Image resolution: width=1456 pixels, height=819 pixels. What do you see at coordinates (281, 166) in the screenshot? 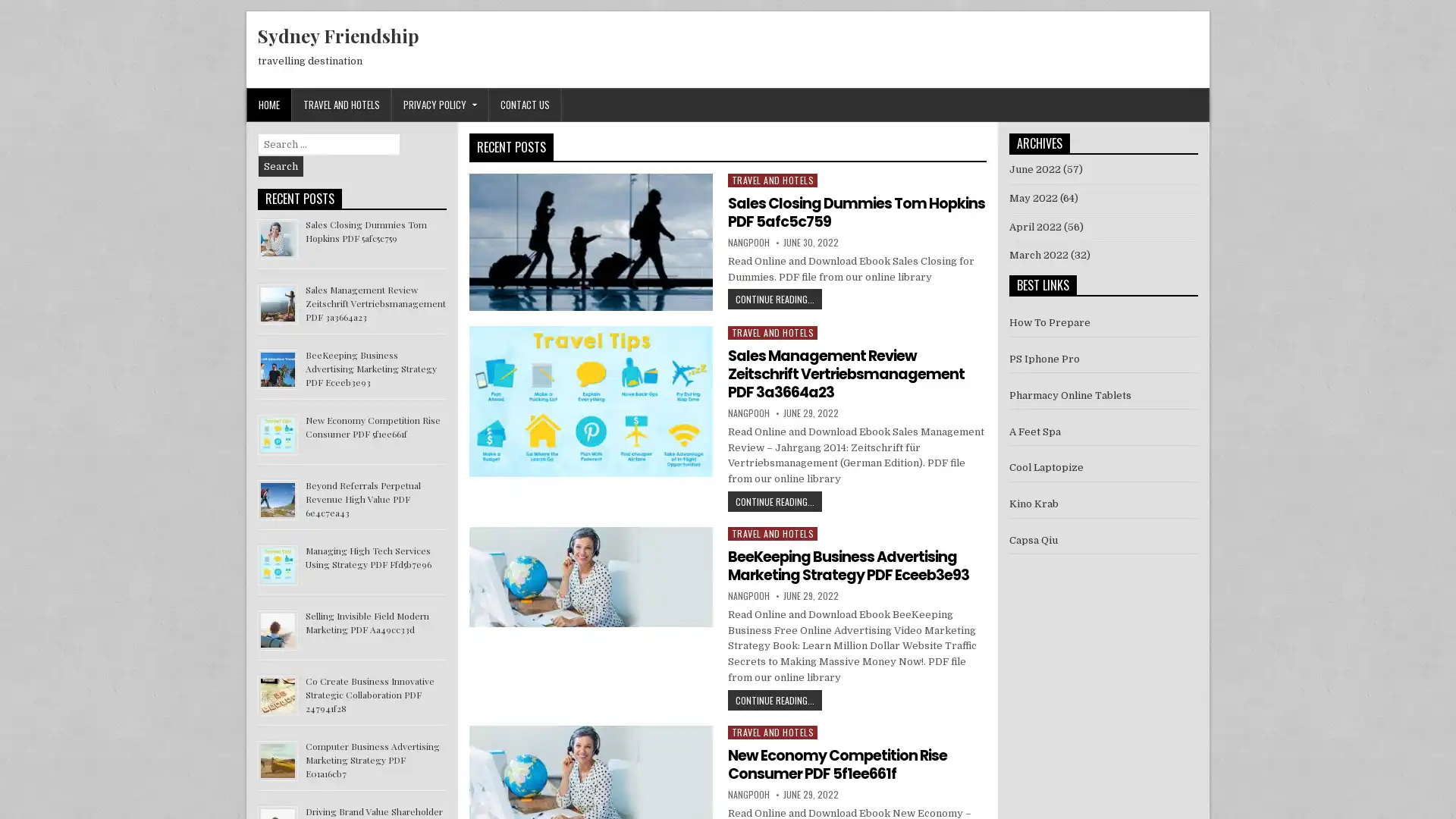
I see `Search` at bounding box center [281, 166].